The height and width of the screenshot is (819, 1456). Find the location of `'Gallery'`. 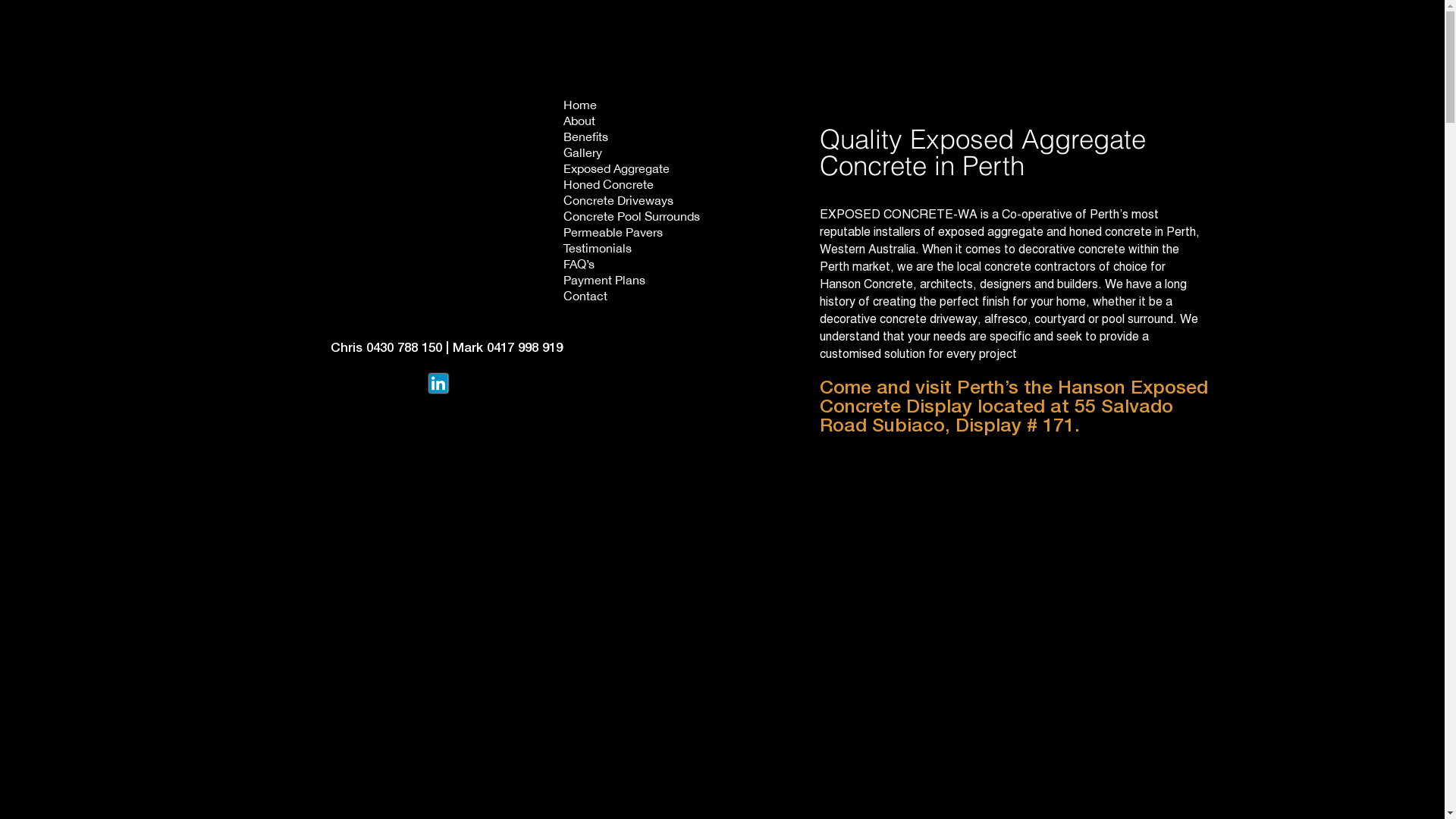

'Gallery' is located at coordinates (632, 154).